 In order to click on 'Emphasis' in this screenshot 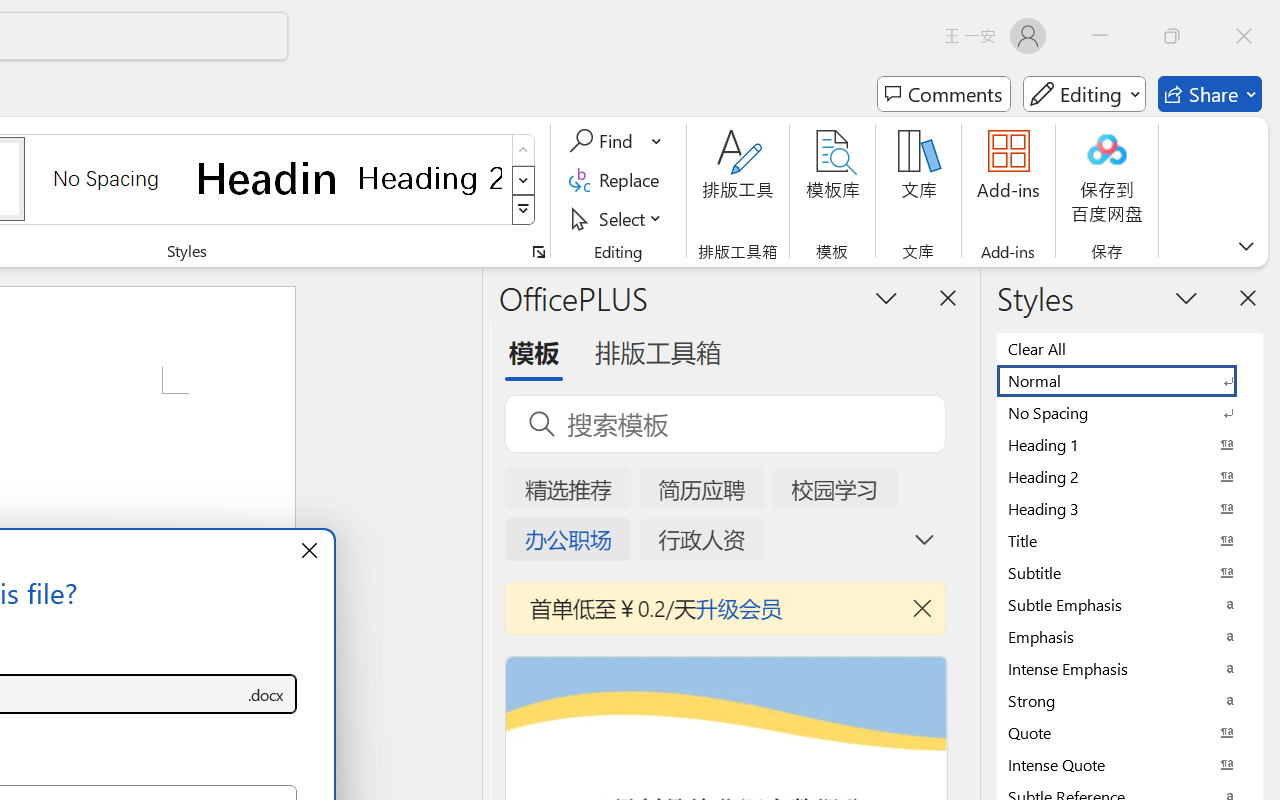, I will do `click(1130, 635)`.